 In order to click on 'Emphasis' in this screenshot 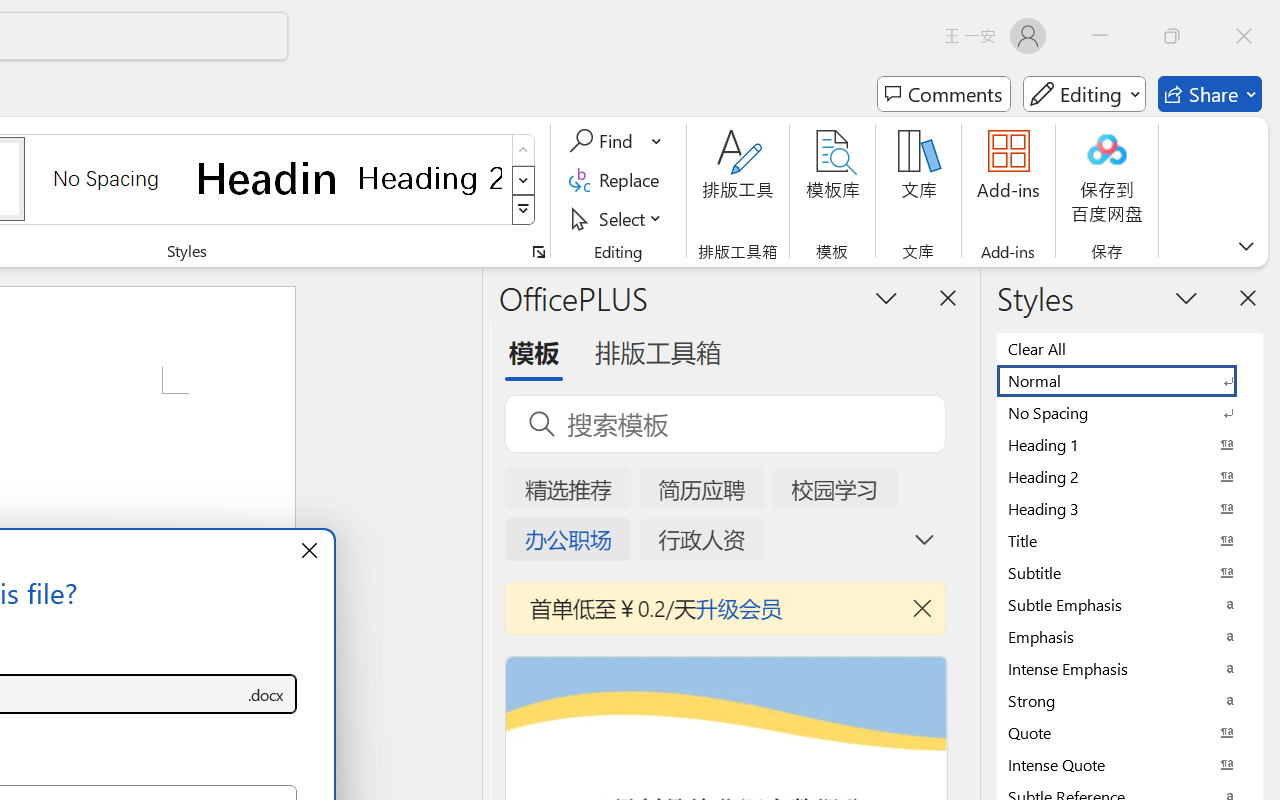, I will do `click(1130, 635)`.